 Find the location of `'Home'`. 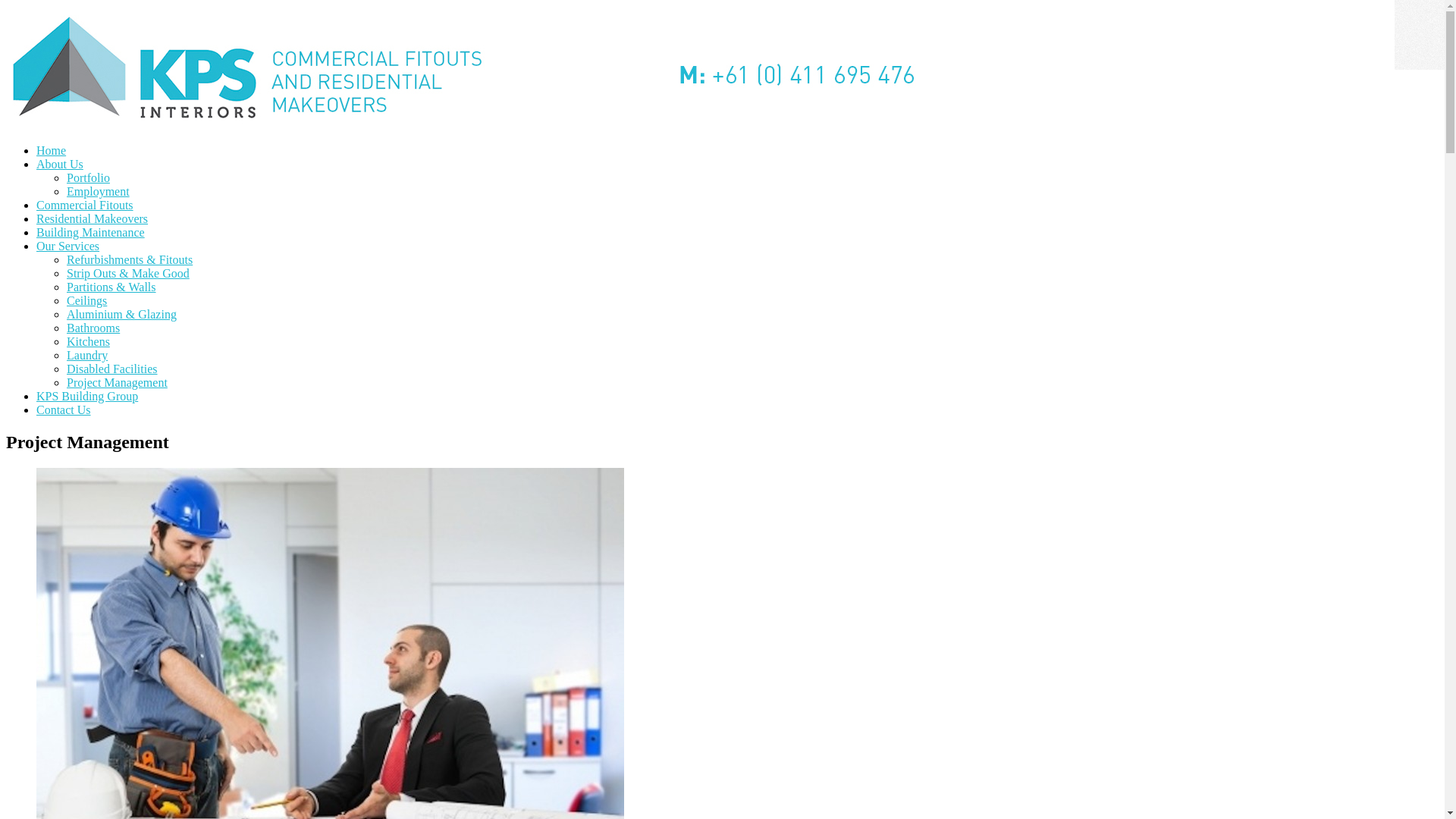

'Home' is located at coordinates (51, 150).